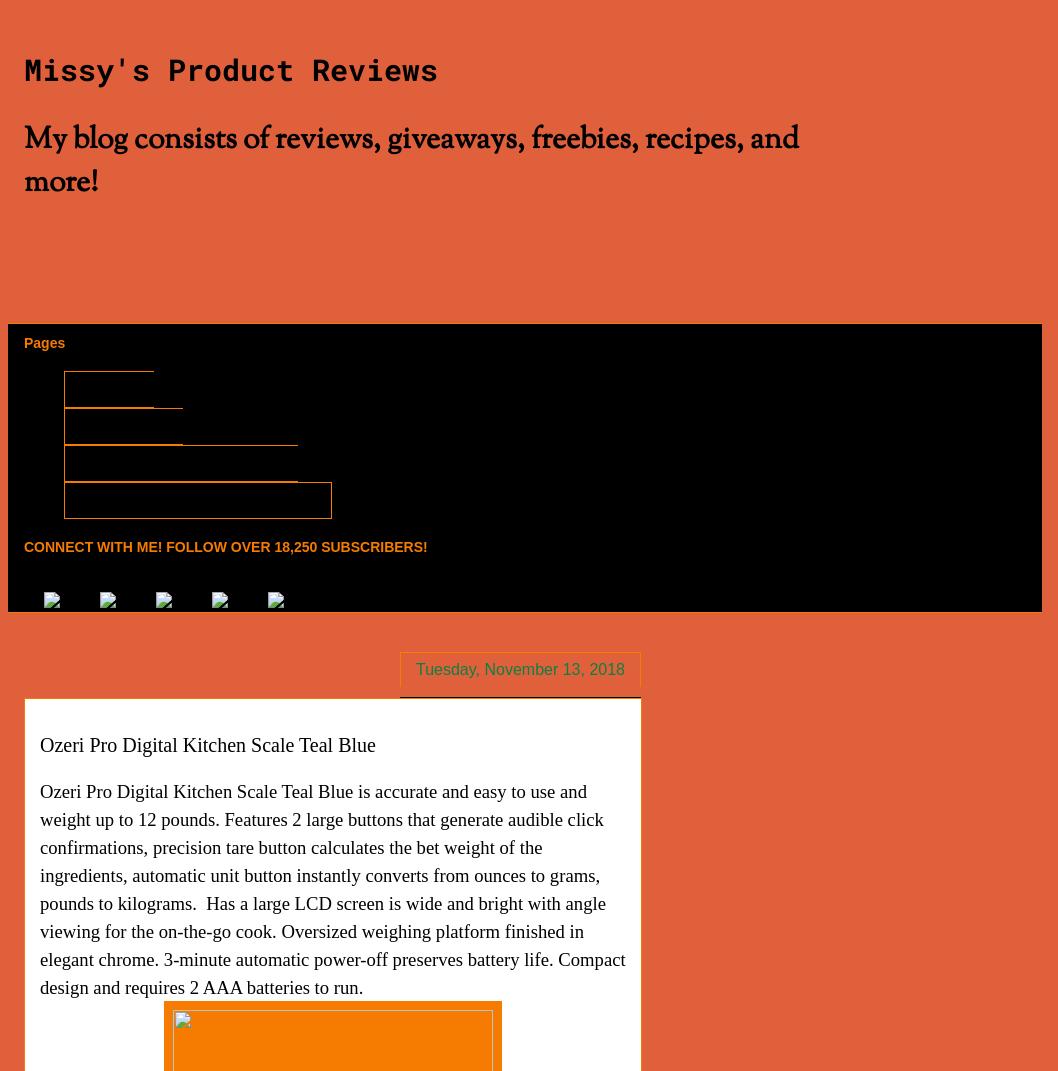 The width and height of the screenshot is (1058, 1071). Describe the element at coordinates (88, 461) in the screenshot. I see `'Halloween Gift Guide 2023'` at that location.